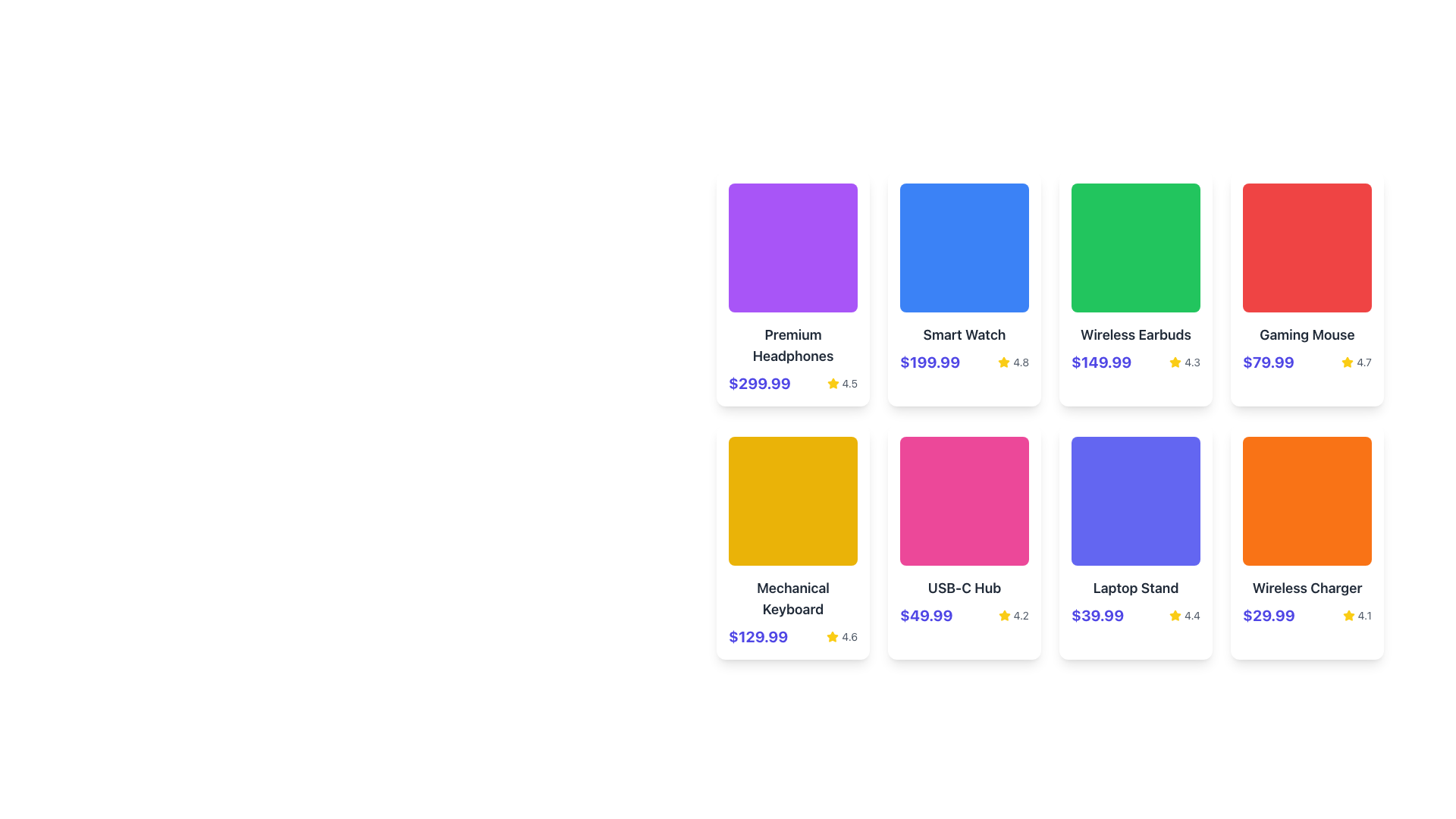 Image resolution: width=1456 pixels, height=819 pixels. I want to click on the Rating Star Icon, which visually represents the rating for a product, located to the left of the text '4.1', so click(1348, 616).